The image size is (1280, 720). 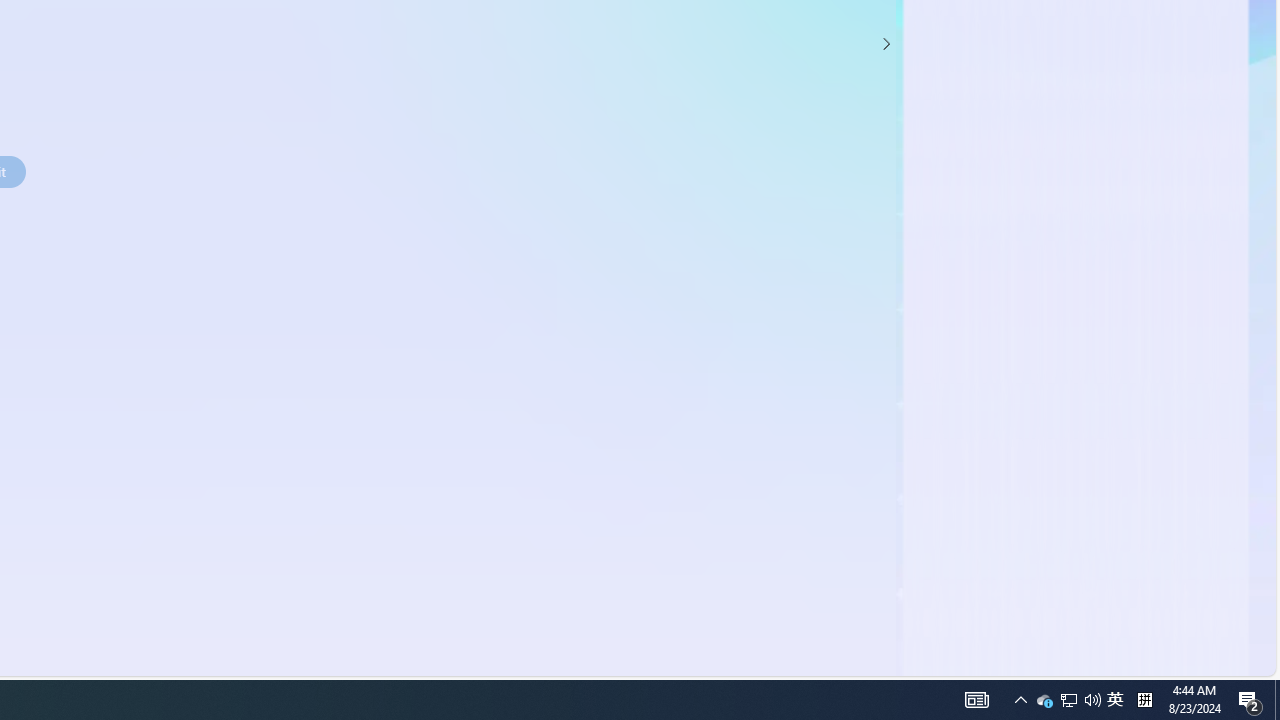 I want to click on 'Class: control', so click(x=884, y=43).